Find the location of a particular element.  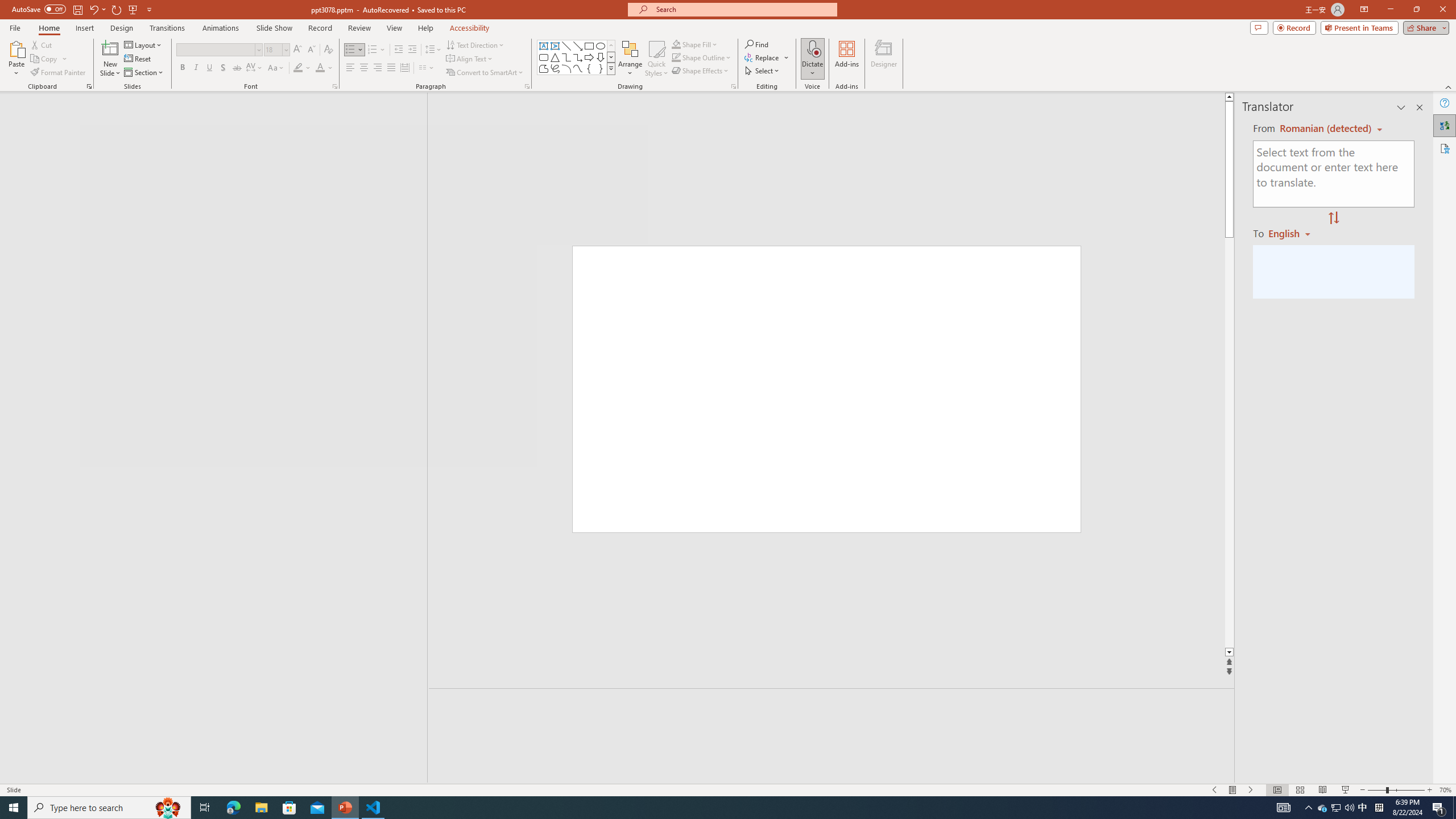

'Shape Fill' is located at coordinates (695, 44).